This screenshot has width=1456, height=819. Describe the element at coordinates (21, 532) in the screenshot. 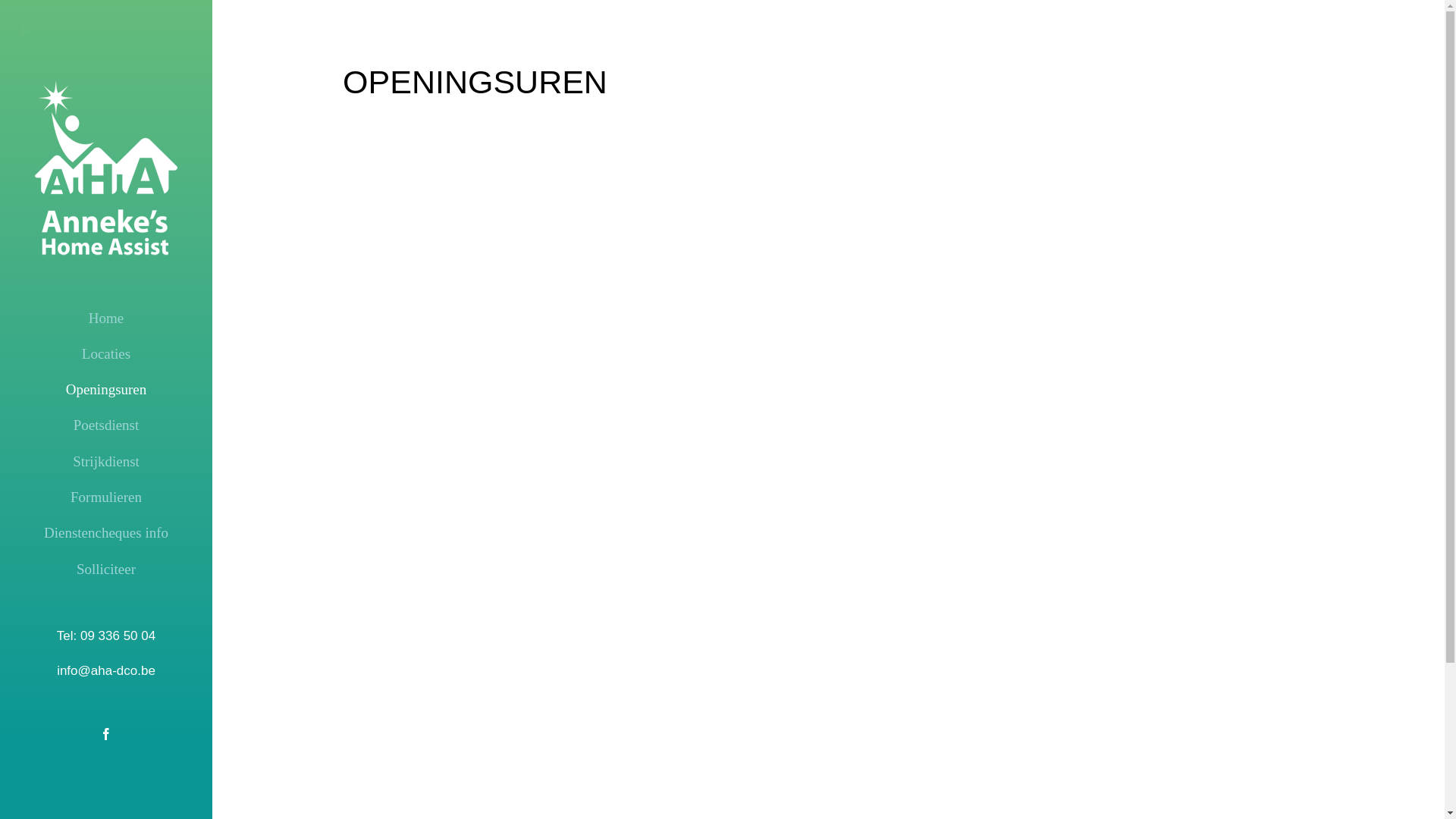

I see `'Dienstencheques info'` at that location.